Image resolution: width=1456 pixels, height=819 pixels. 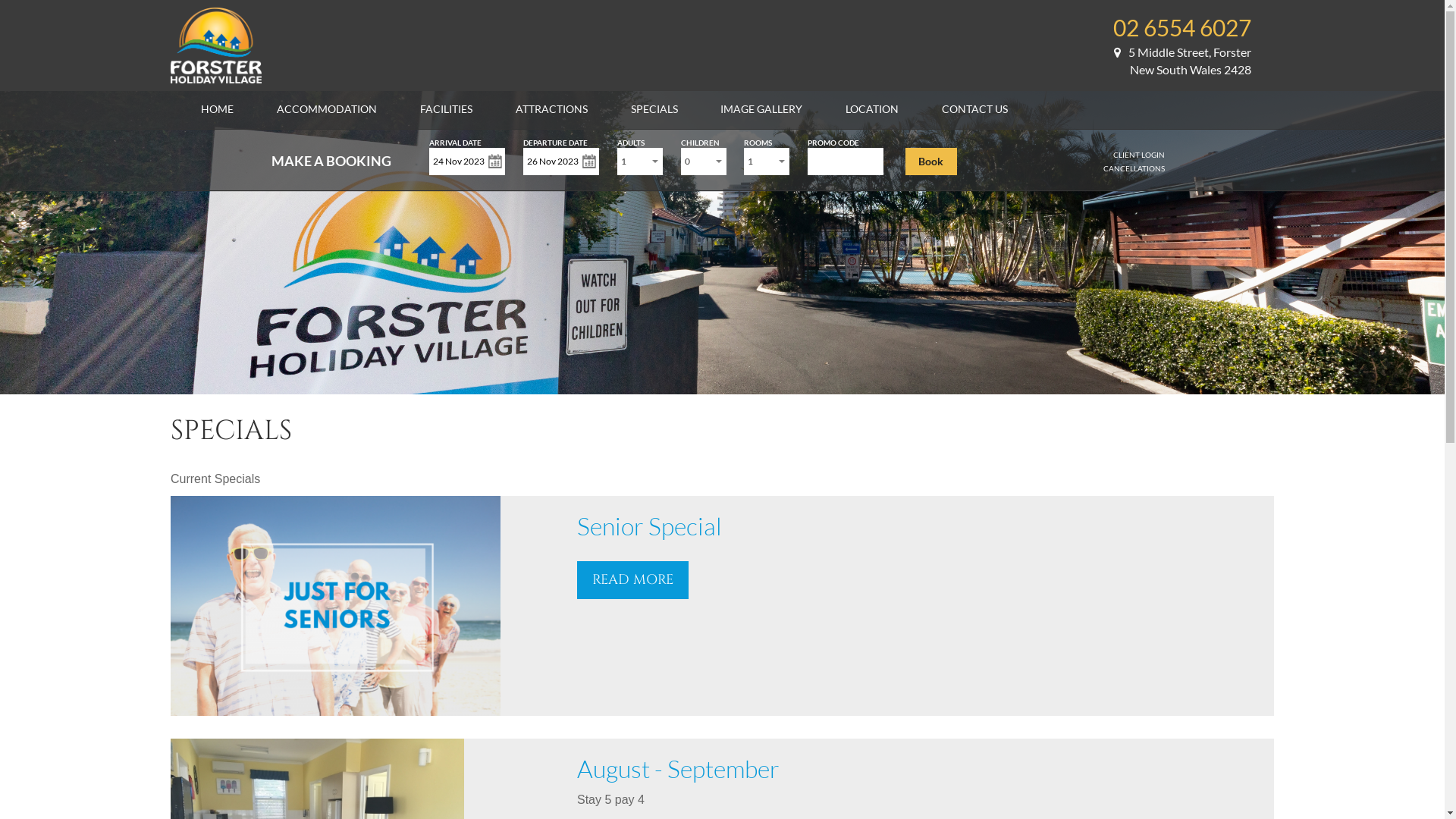 What do you see at coordinates (276, 108) in the screenshot?
I see `'ACCOMMODATION'` at bounding box center [276, 108].